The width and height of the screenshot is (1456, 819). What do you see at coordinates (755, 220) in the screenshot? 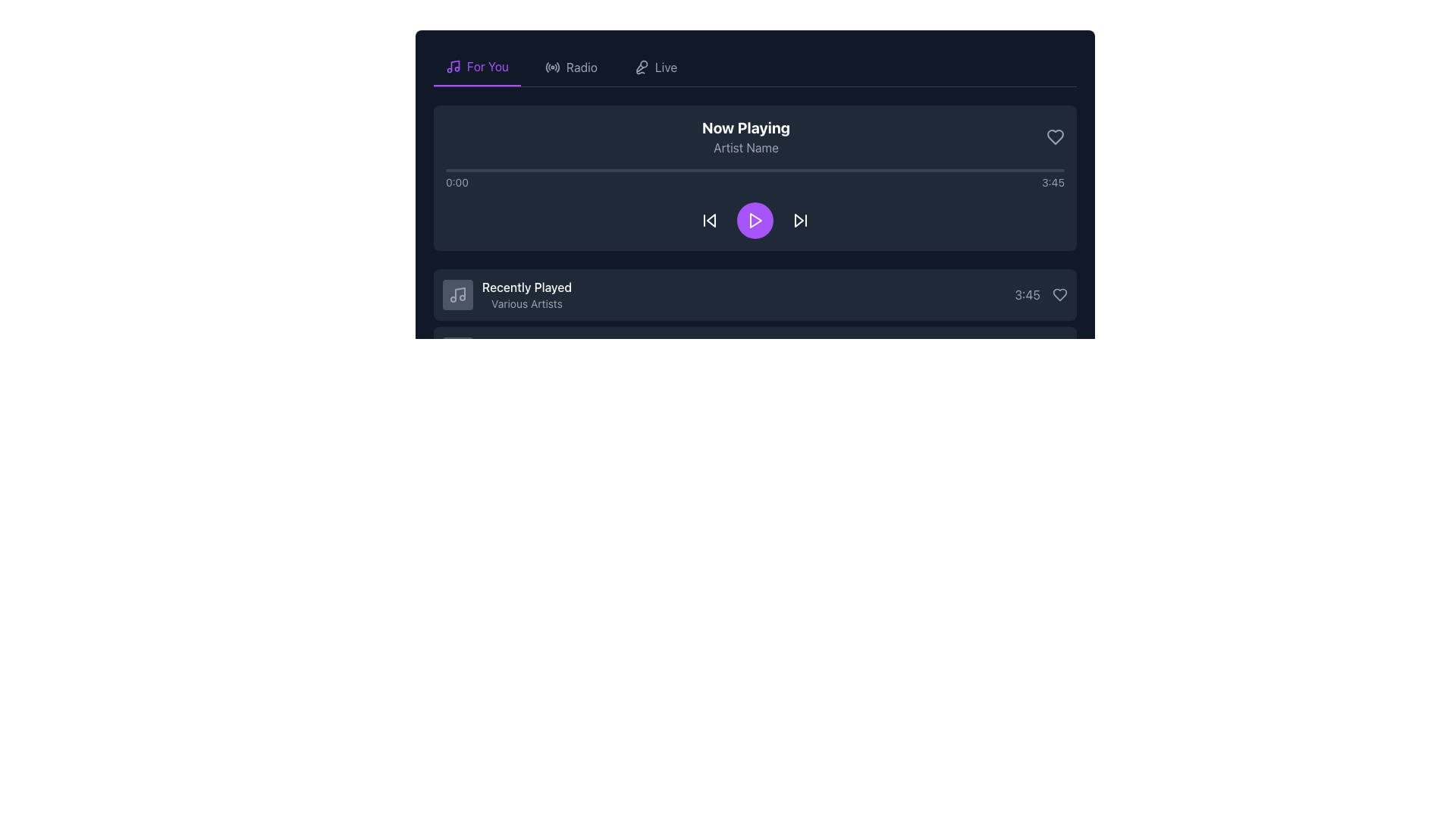
I see `the triangular play icon button with a purple circular background, located centrally in the media player's control bar to play media` at bounding box center [755, 220].